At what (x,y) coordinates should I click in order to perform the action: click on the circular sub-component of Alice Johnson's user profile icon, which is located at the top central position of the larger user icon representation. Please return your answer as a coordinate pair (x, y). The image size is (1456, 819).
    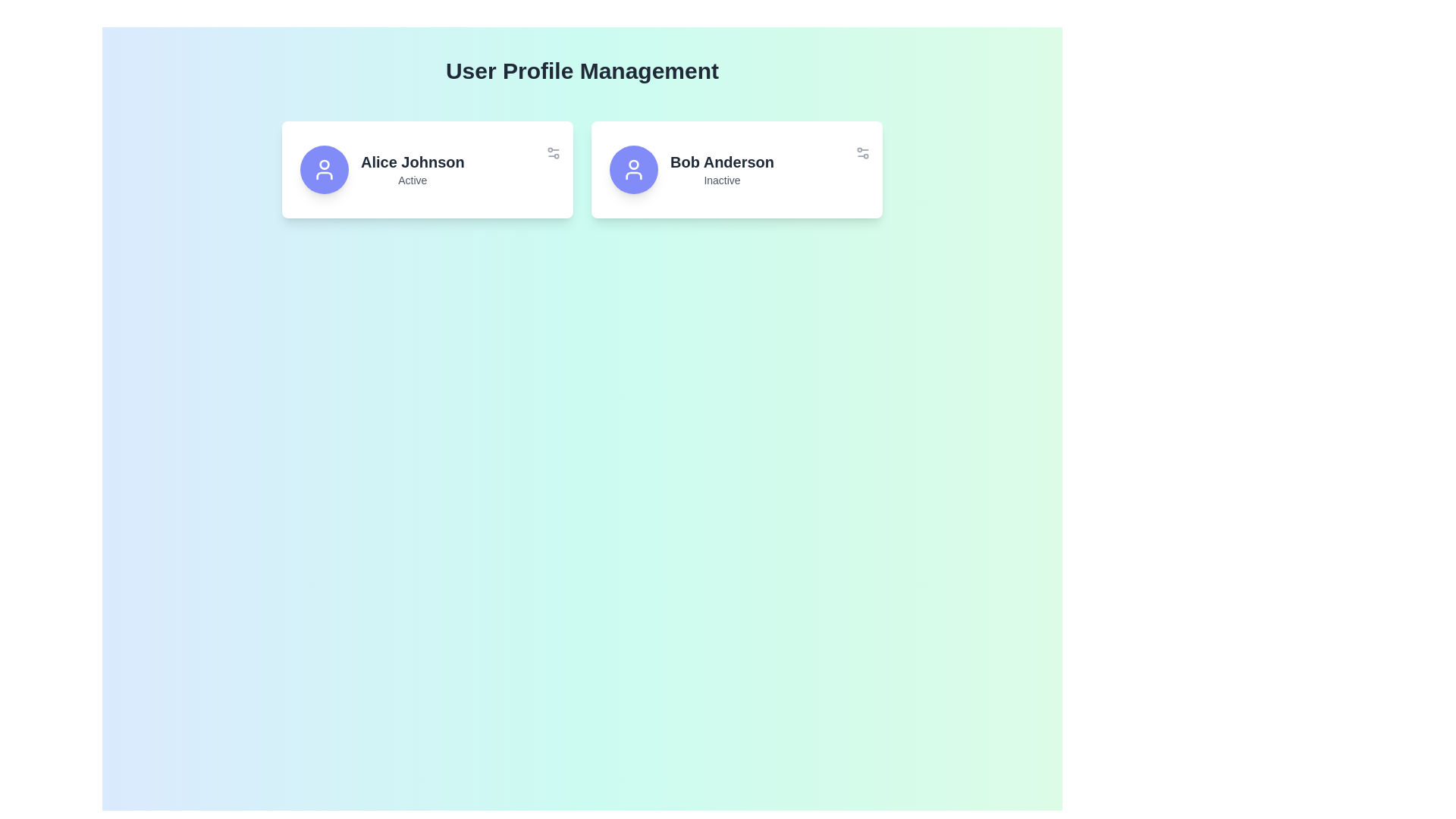
    Looking at the image, I should click on (323, 164).